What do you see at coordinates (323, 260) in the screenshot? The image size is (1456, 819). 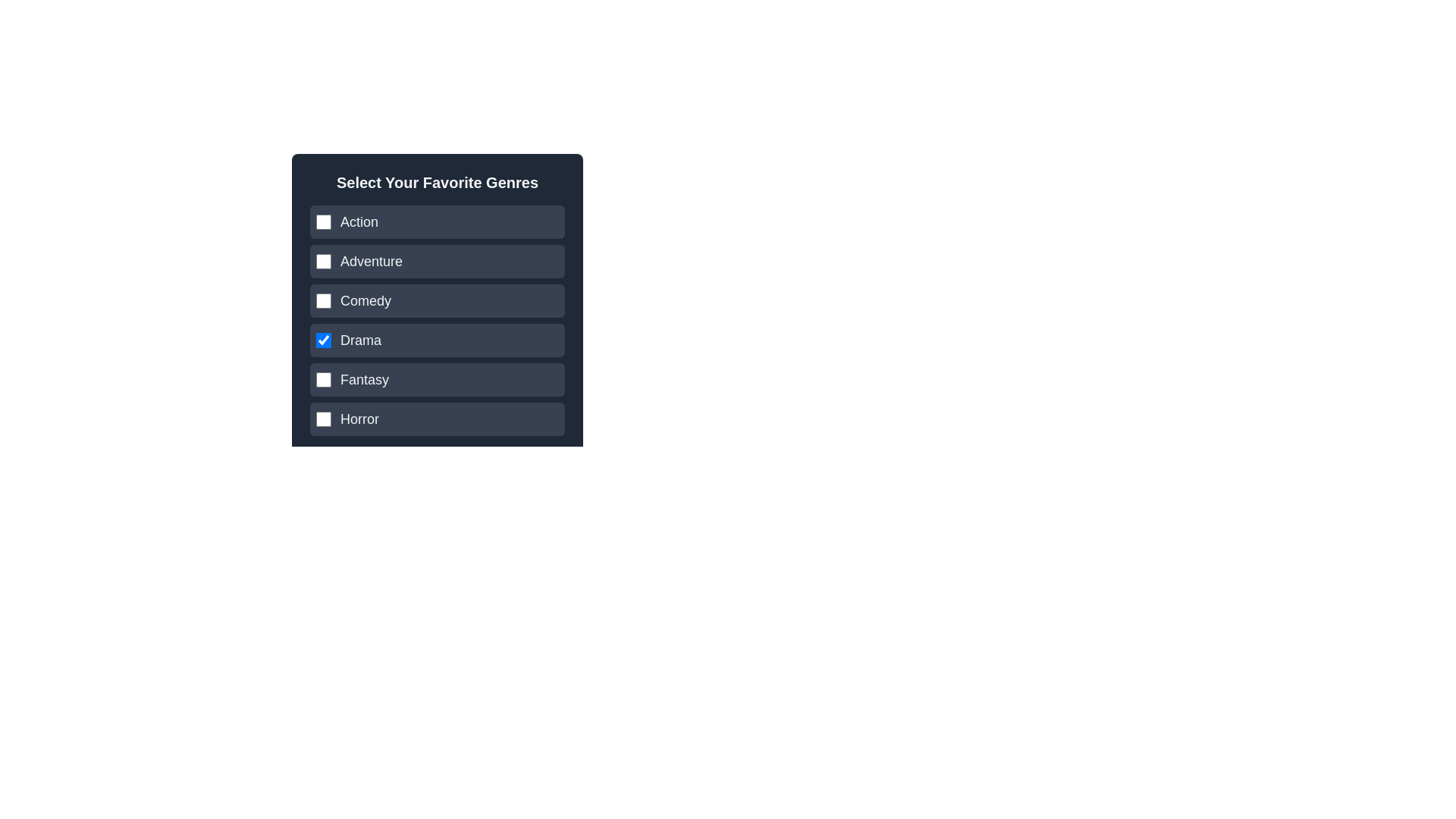 I see `the checkbox next to the text 'Adventure'` at bounding box center [323, 260].